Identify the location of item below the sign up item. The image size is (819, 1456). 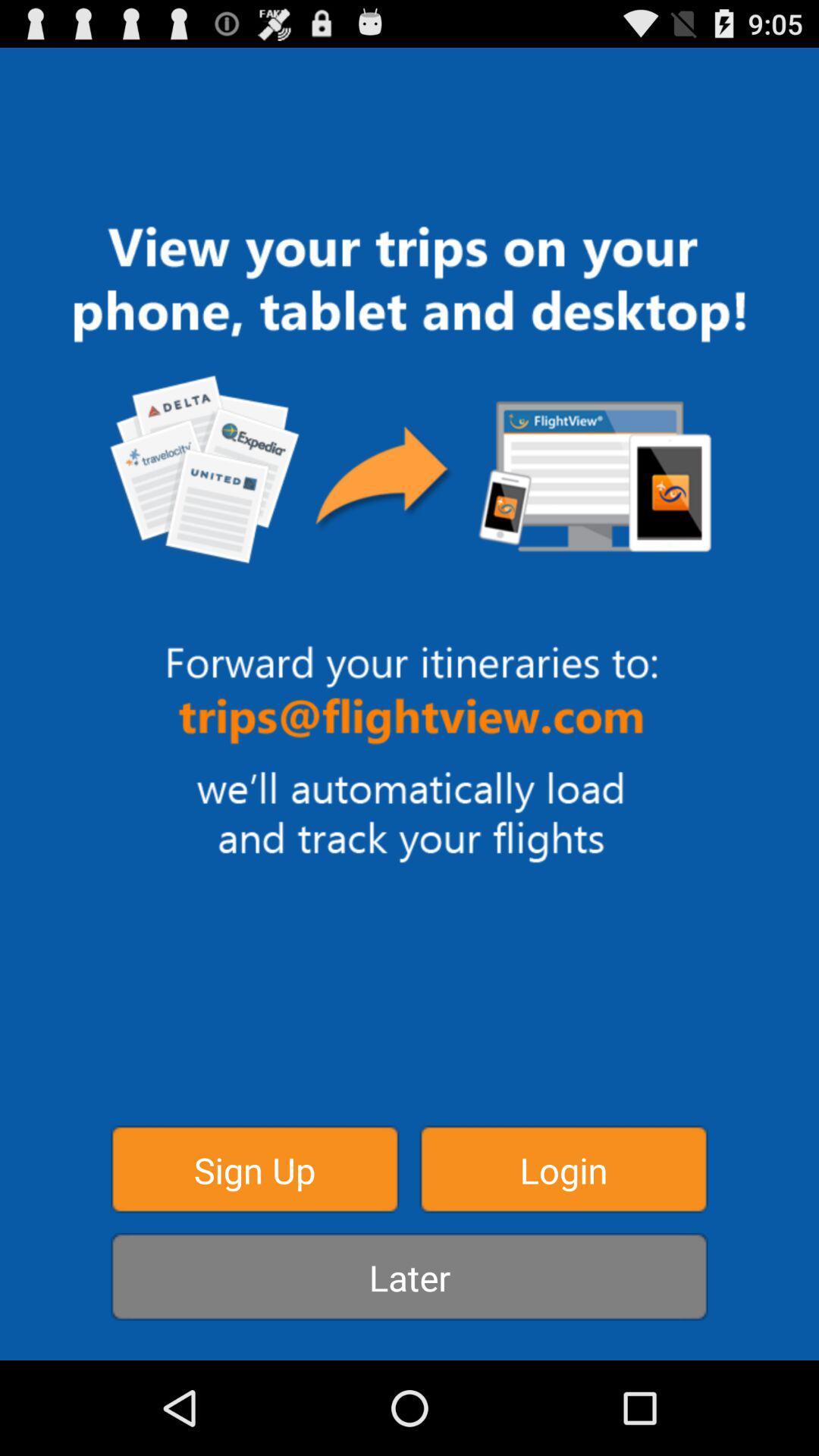
(409, 1276).